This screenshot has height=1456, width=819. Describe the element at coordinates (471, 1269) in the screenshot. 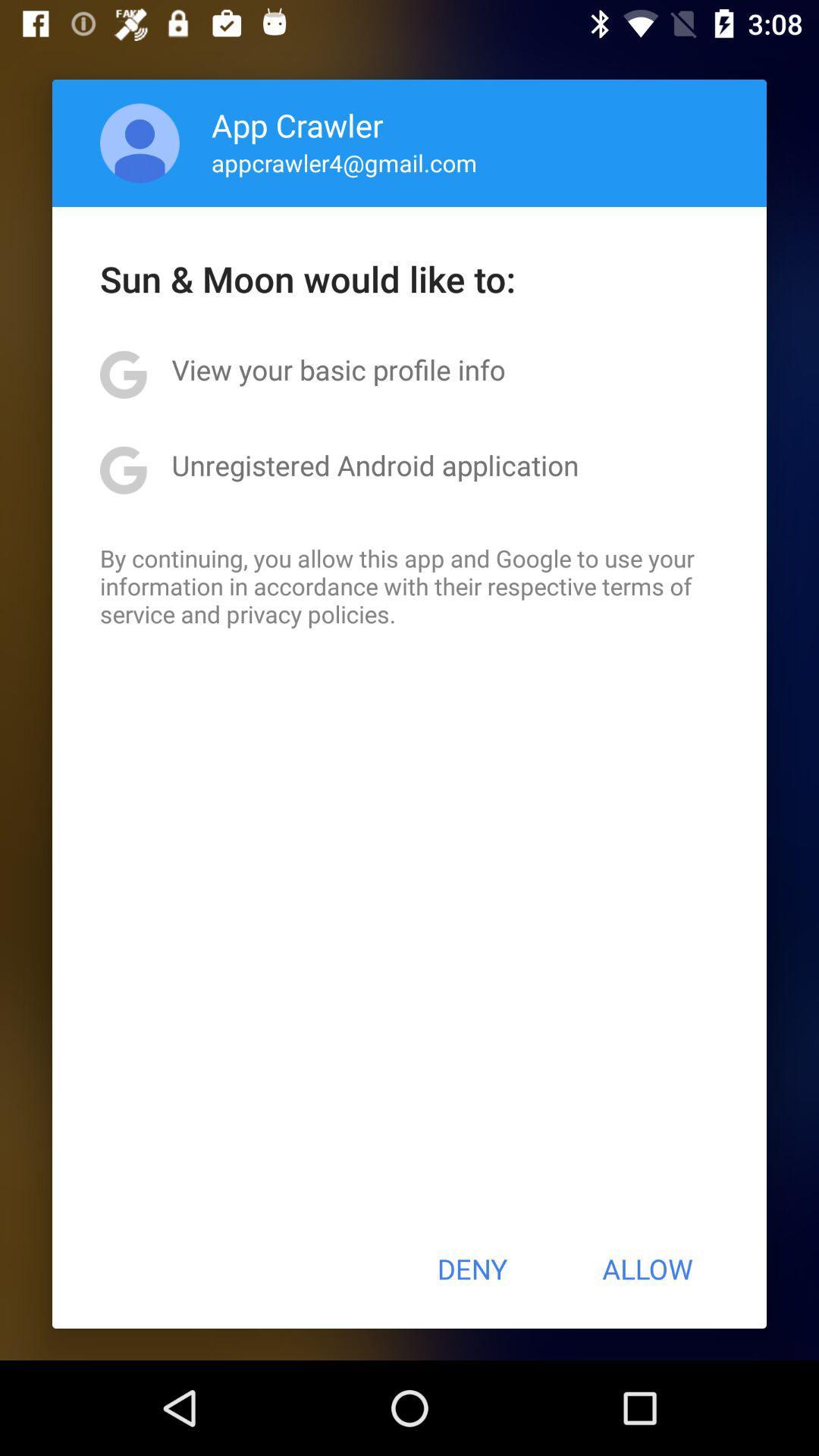

I see `deny button` at that location.